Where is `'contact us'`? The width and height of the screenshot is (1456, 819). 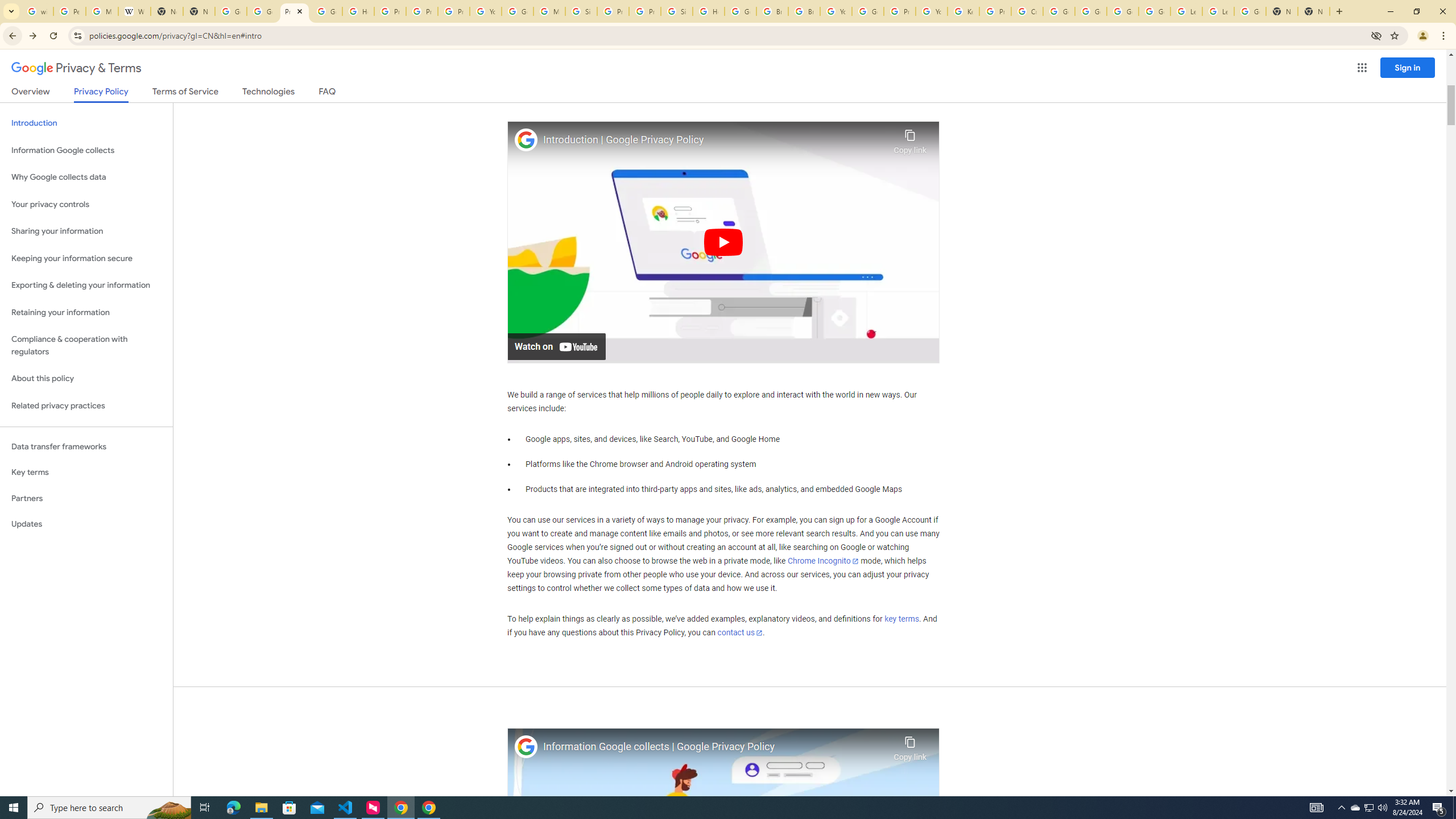 'contact us' is located at coordinates (739, 632).